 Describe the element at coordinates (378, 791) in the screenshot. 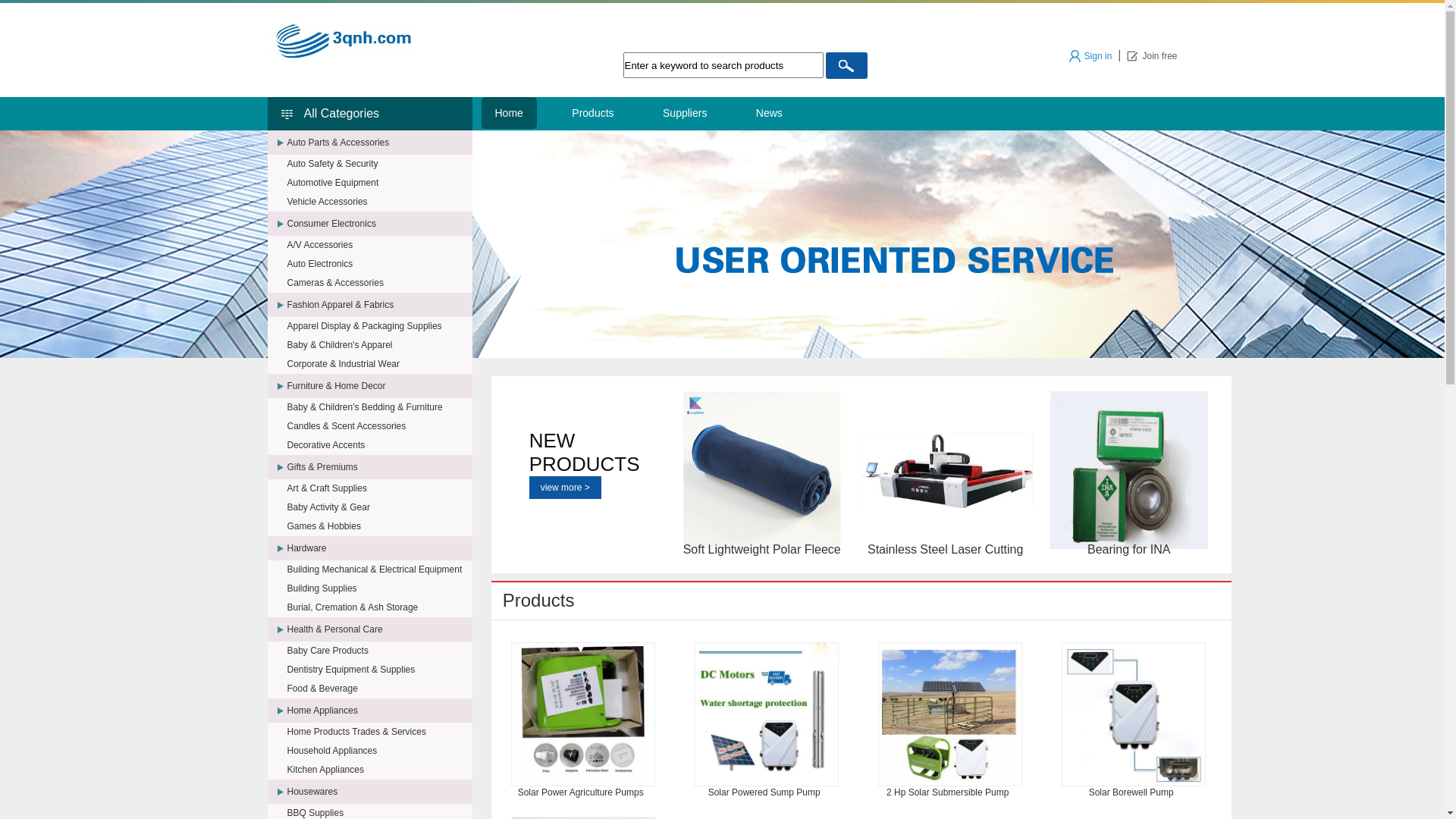

I see `'Housewares'` at that location.